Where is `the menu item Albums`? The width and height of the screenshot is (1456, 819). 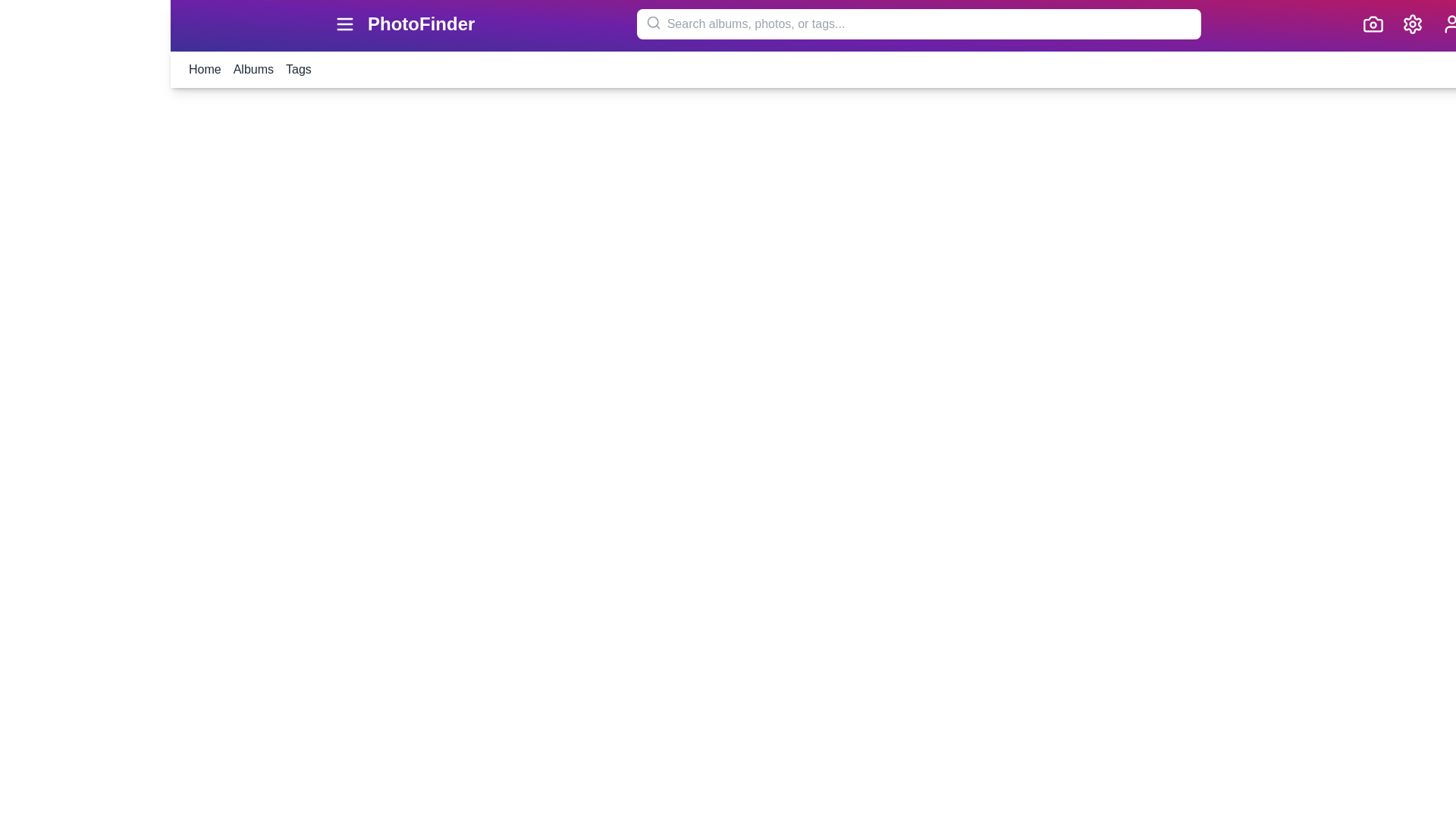 the menu item Albums is located at coordinates (253, 70).